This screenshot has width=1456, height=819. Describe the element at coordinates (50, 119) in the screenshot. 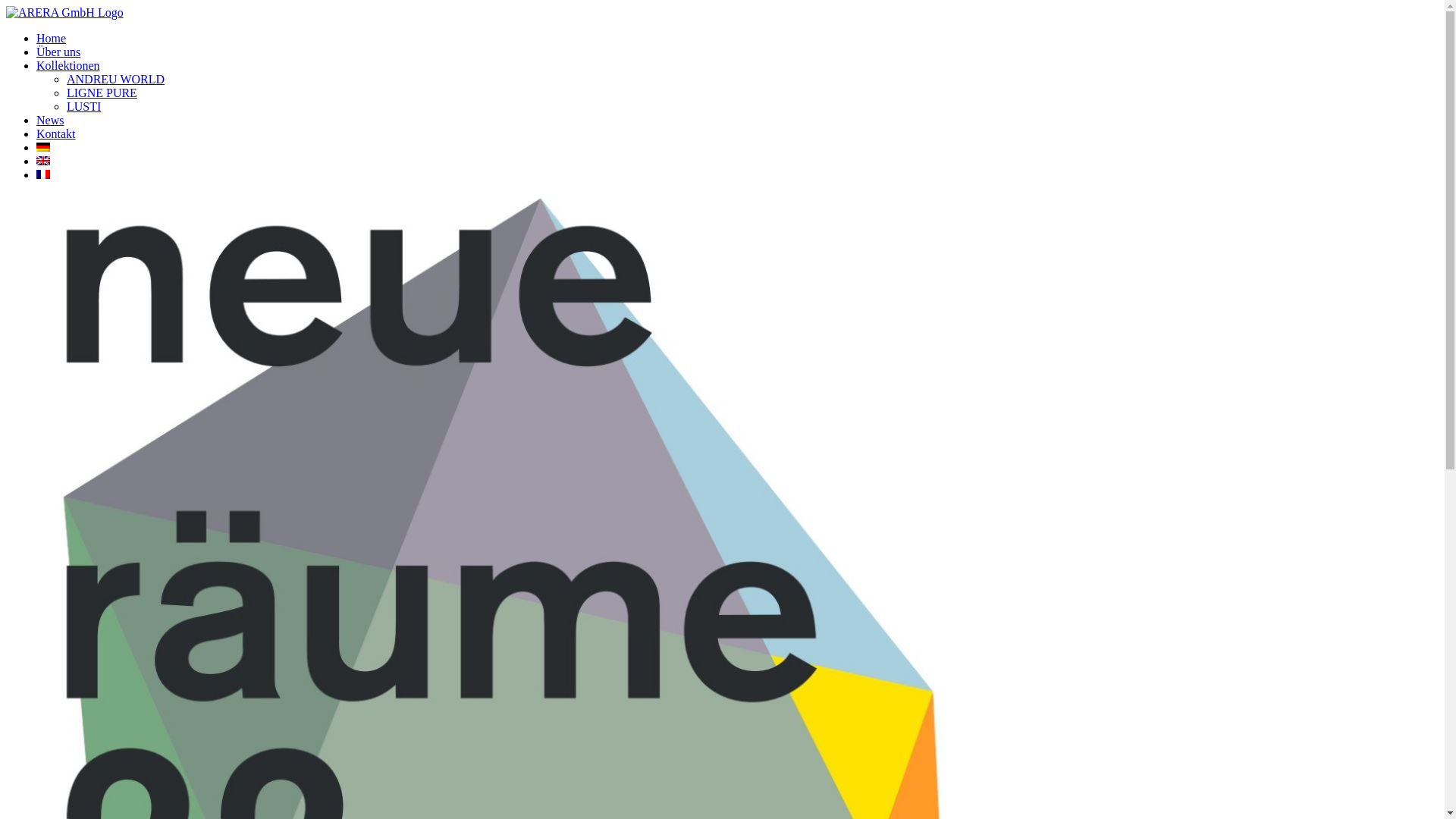

I see `'News'` at that location.